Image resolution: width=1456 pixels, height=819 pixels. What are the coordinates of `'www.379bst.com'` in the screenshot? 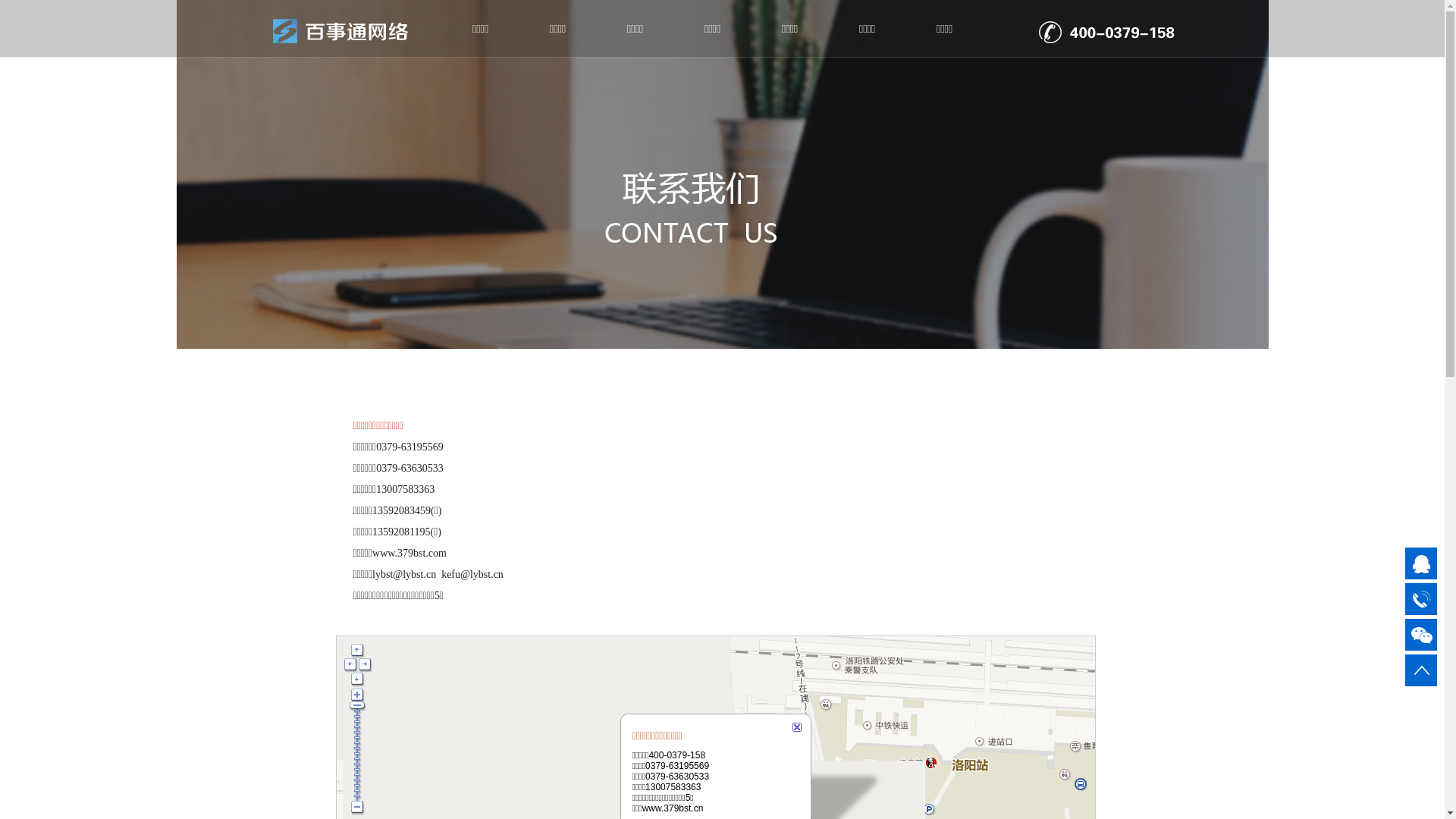 It's located at (409, 553).